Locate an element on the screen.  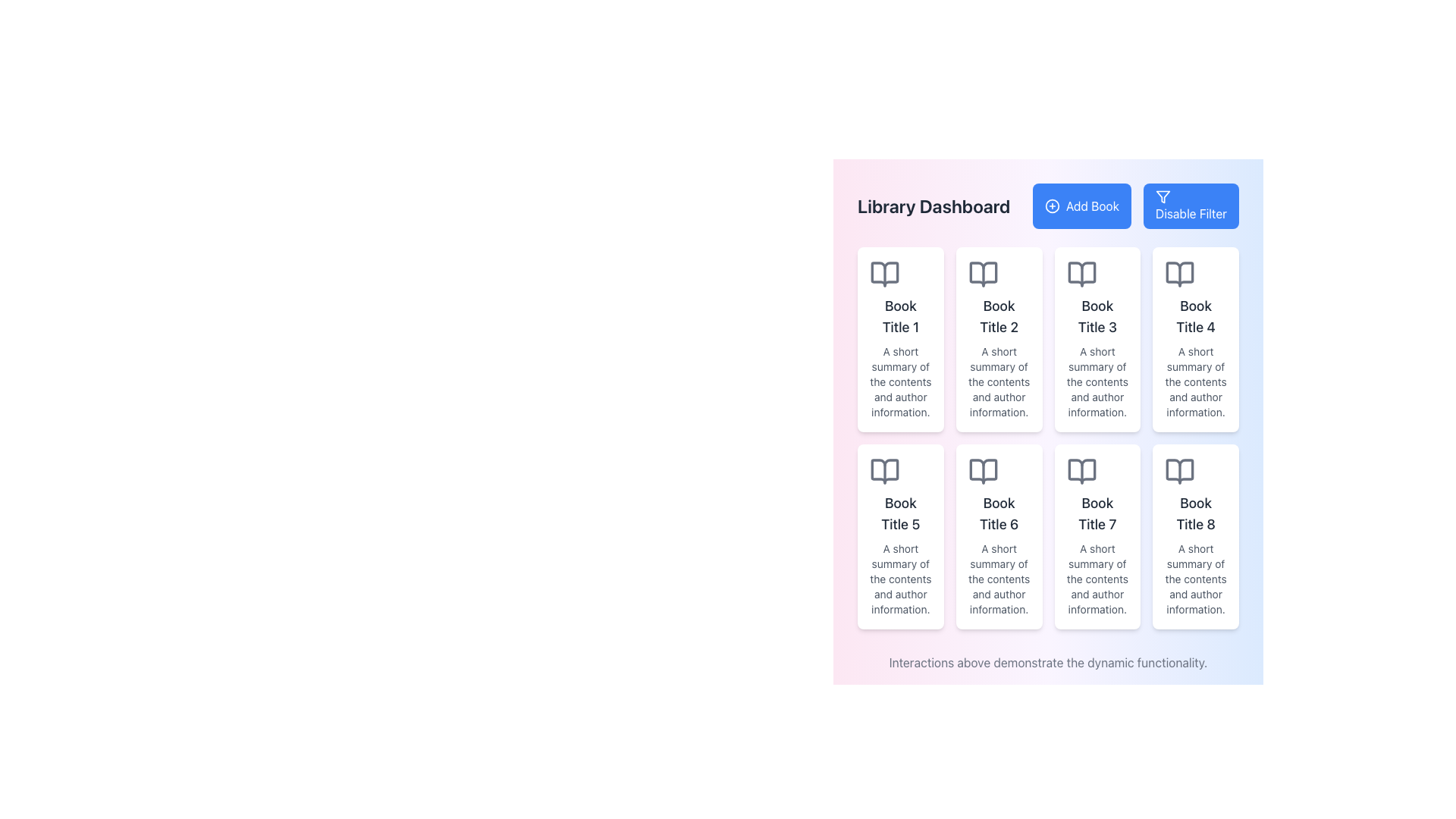
the 'Add Book' button, which is represented by an SVG circle icon filled with a color consistent with the interface's visual theme, located at the top-right of the main panel under the 'Library Dashboard' title is located at coordinates (1051, 206).